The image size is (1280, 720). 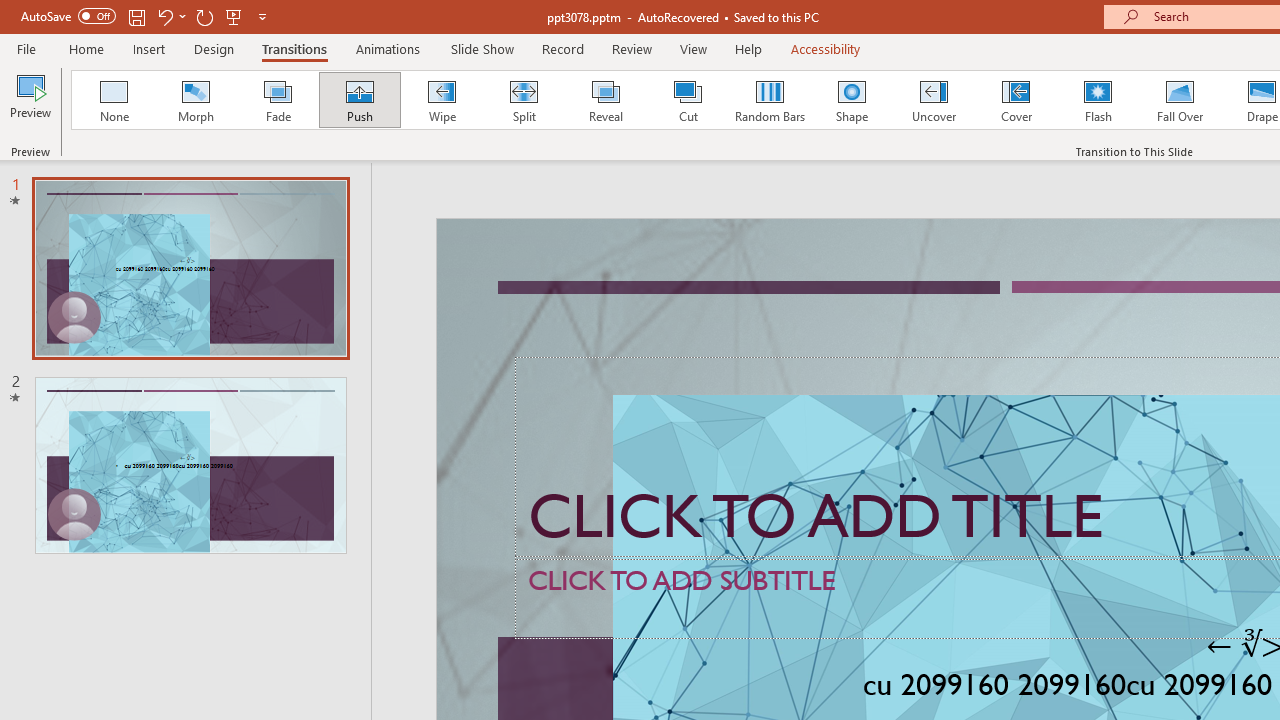 I want to click on 'Flash', so click(x=1097, y=100).